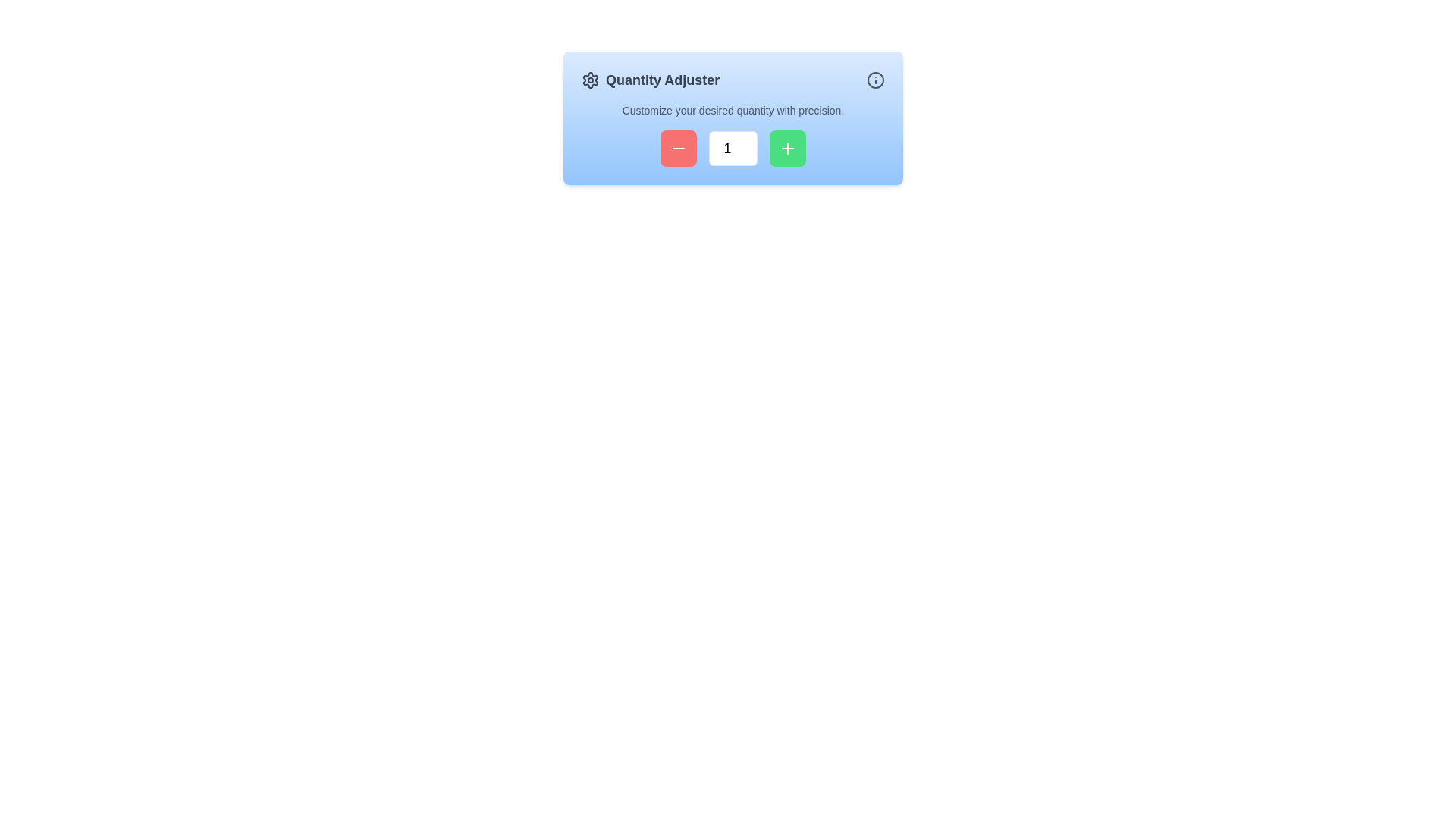 This screenshot has width=1456, height=819. I want to click on descriptive static text label located below the title 'Quantity Adjuster', which provides guidance about the quantity adjustment controls, so click(733, 110).